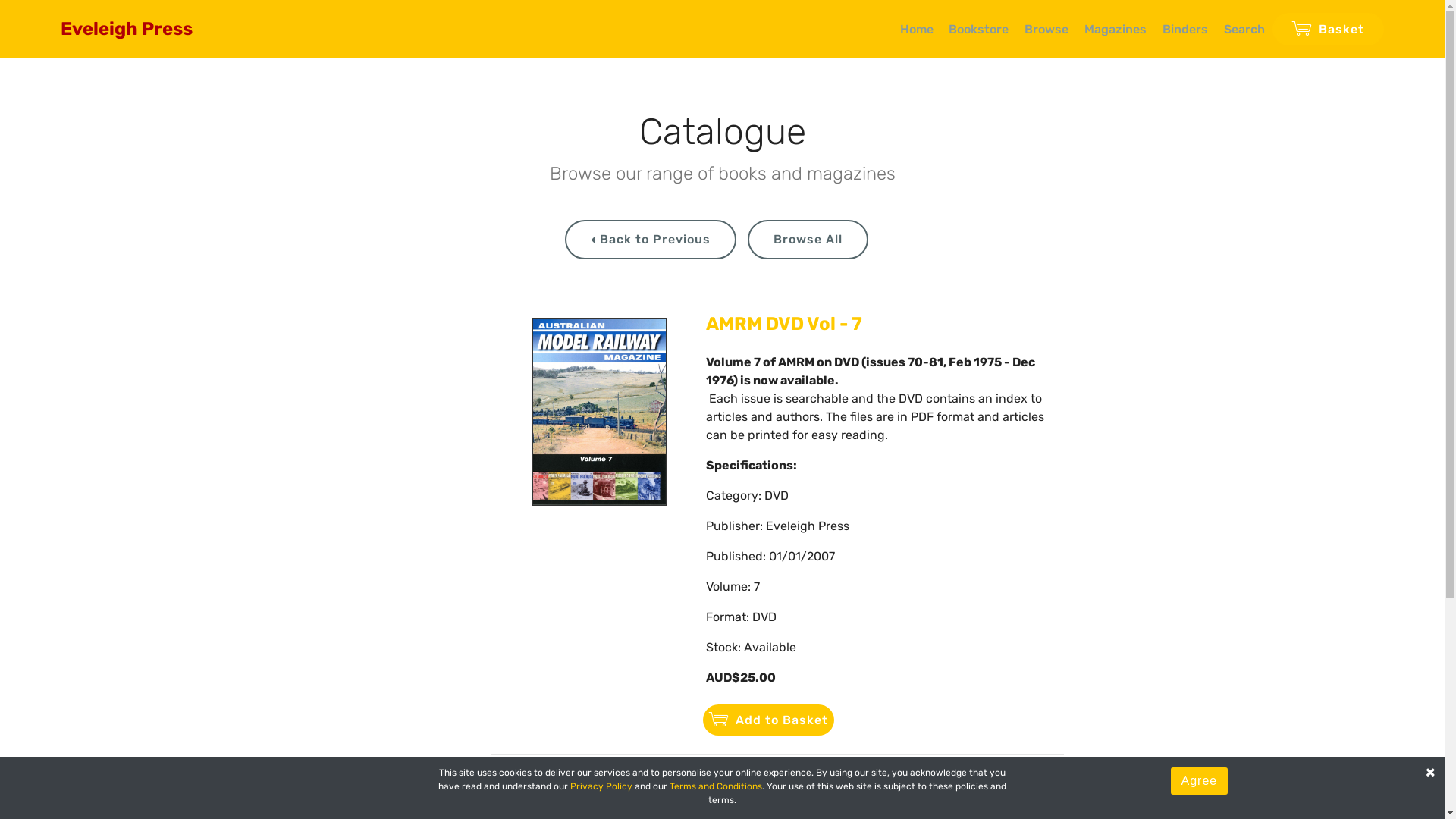 The width and height of the screenshot is (1456, 819). Describe the element at coordinates (598, 412) in the screenshot. I see `'Product image'` at that location.